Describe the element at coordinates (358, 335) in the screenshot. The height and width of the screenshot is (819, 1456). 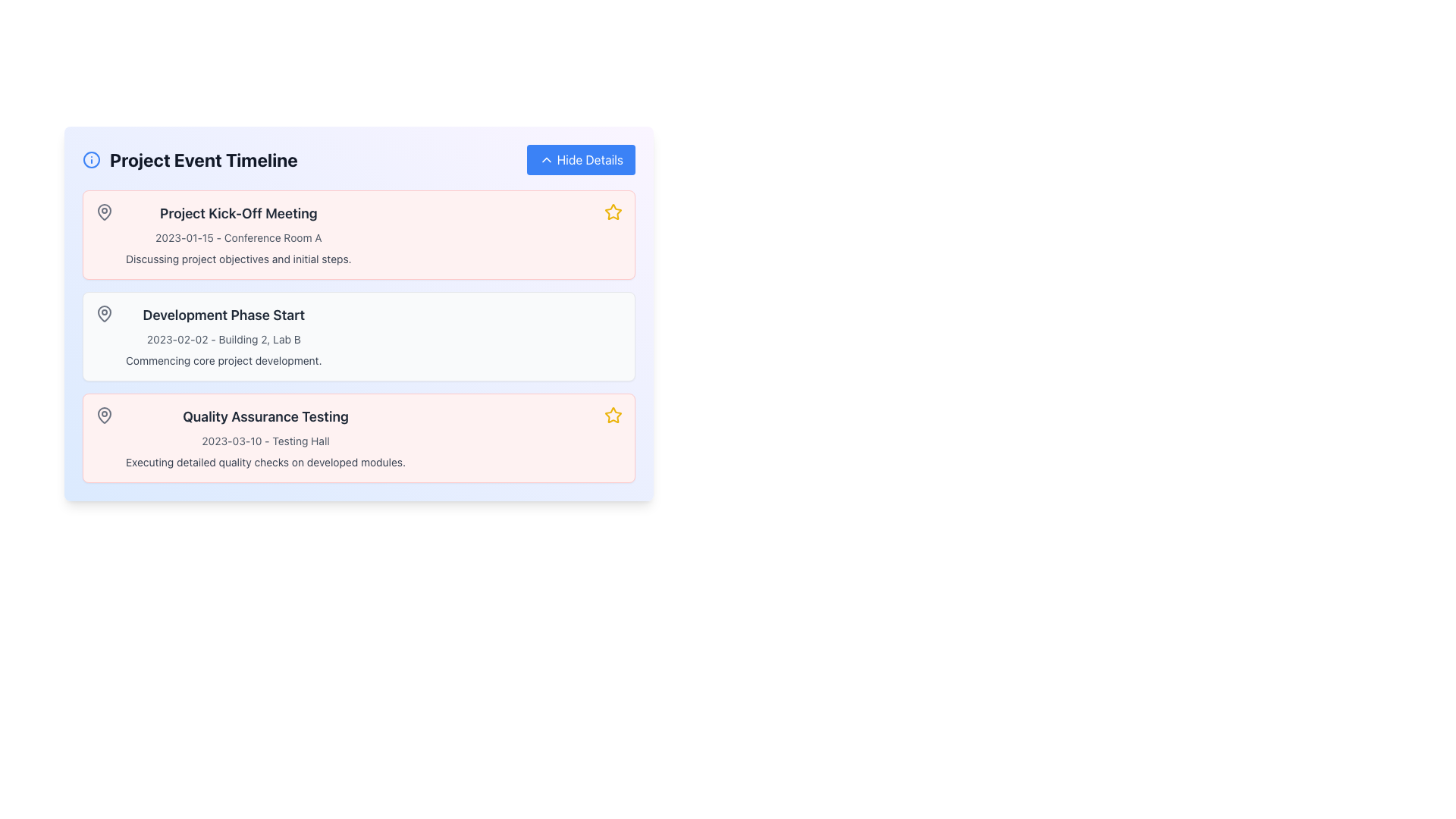
I see `the Information Card titled 'Development Phase Start' for more details, which is the second card in a vertical list of cards` at that location.